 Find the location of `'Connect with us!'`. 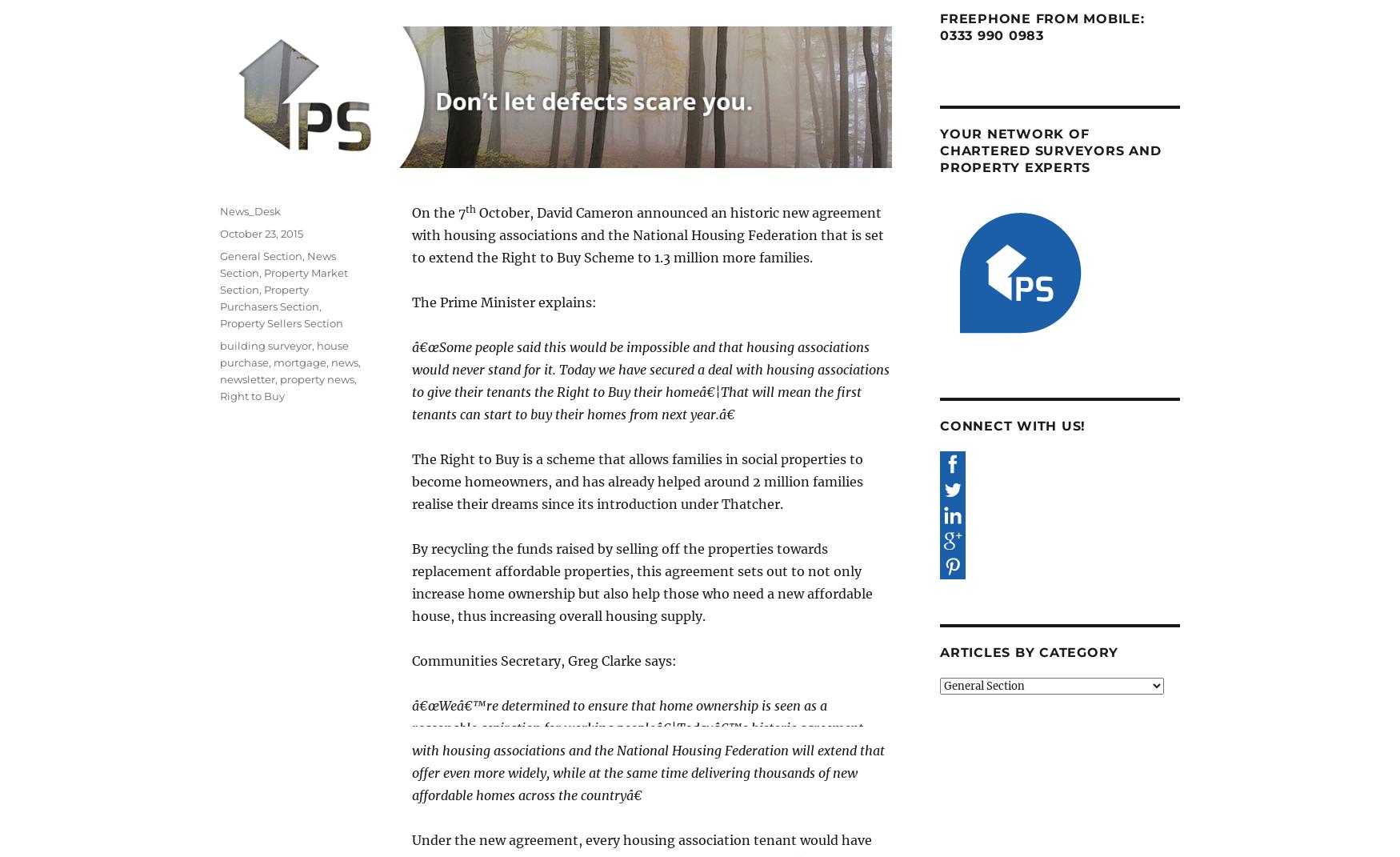

'Connect with us!' is located at coordinates (938, 425).